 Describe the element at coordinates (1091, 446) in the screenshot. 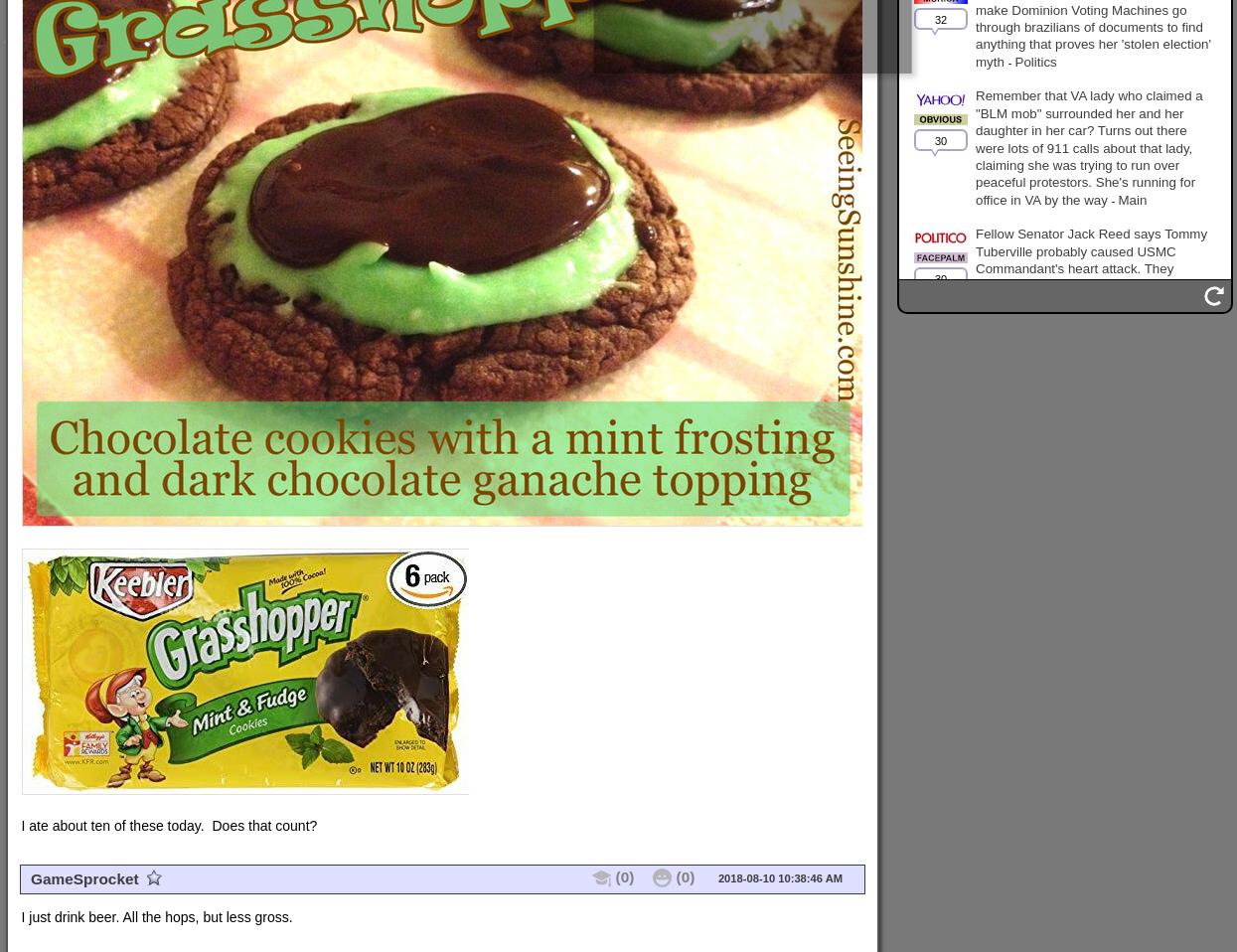

I see `'If you call protest "undemocratic," you might not understand what "democracy" is'` at that location.